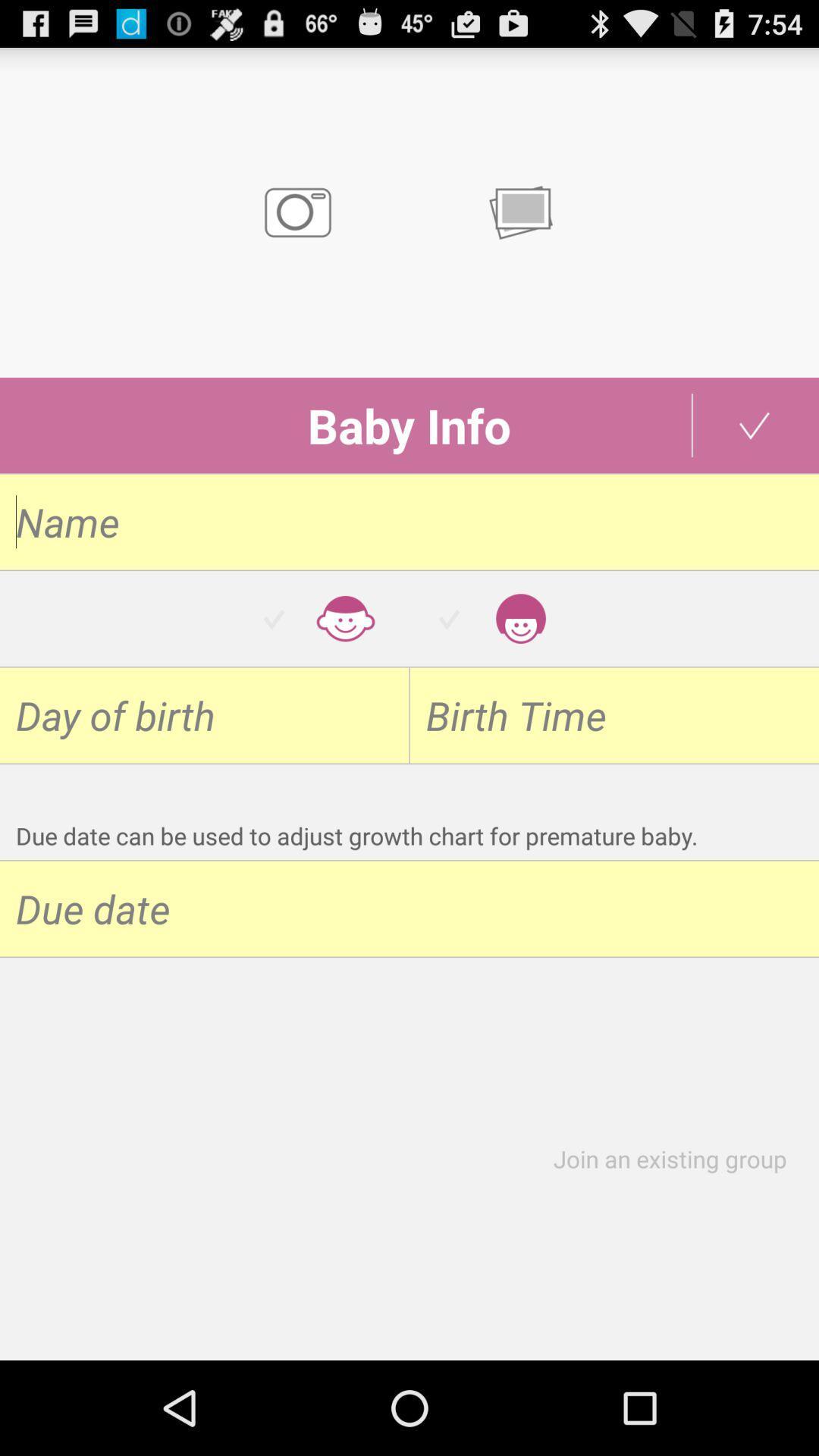 The width and height of the screenshot is (819, 1456). Describe the element at coordinates (519, 227) in the screenshot. I see `the chat icon` at that location.